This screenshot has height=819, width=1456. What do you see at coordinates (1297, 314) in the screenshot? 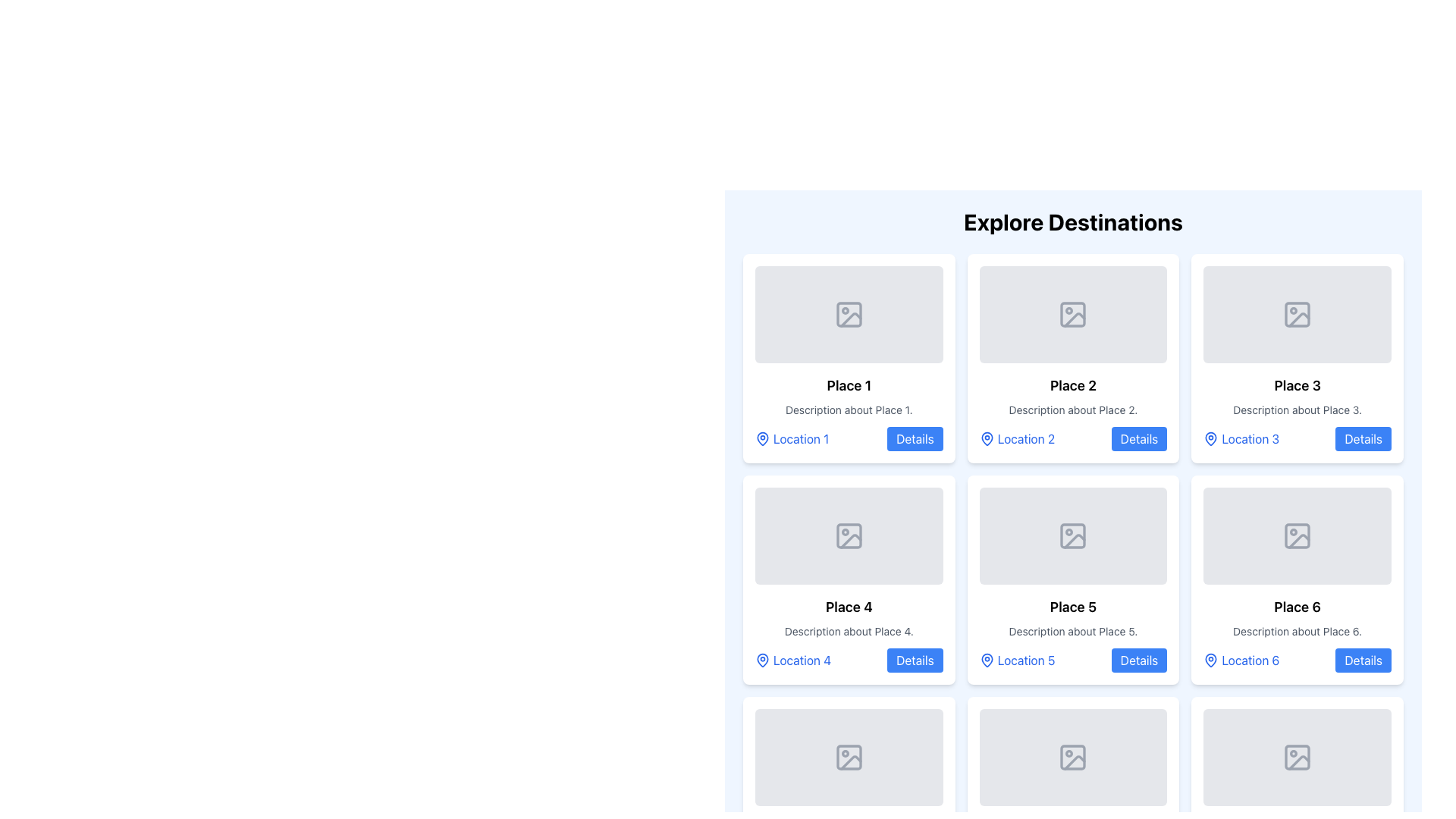
I see `the Image Placeholder with a gray background and a centered icon representing a simplified image outline, located above the text and buttons related to 'Place 3'` at bounding box center [1297, 314].